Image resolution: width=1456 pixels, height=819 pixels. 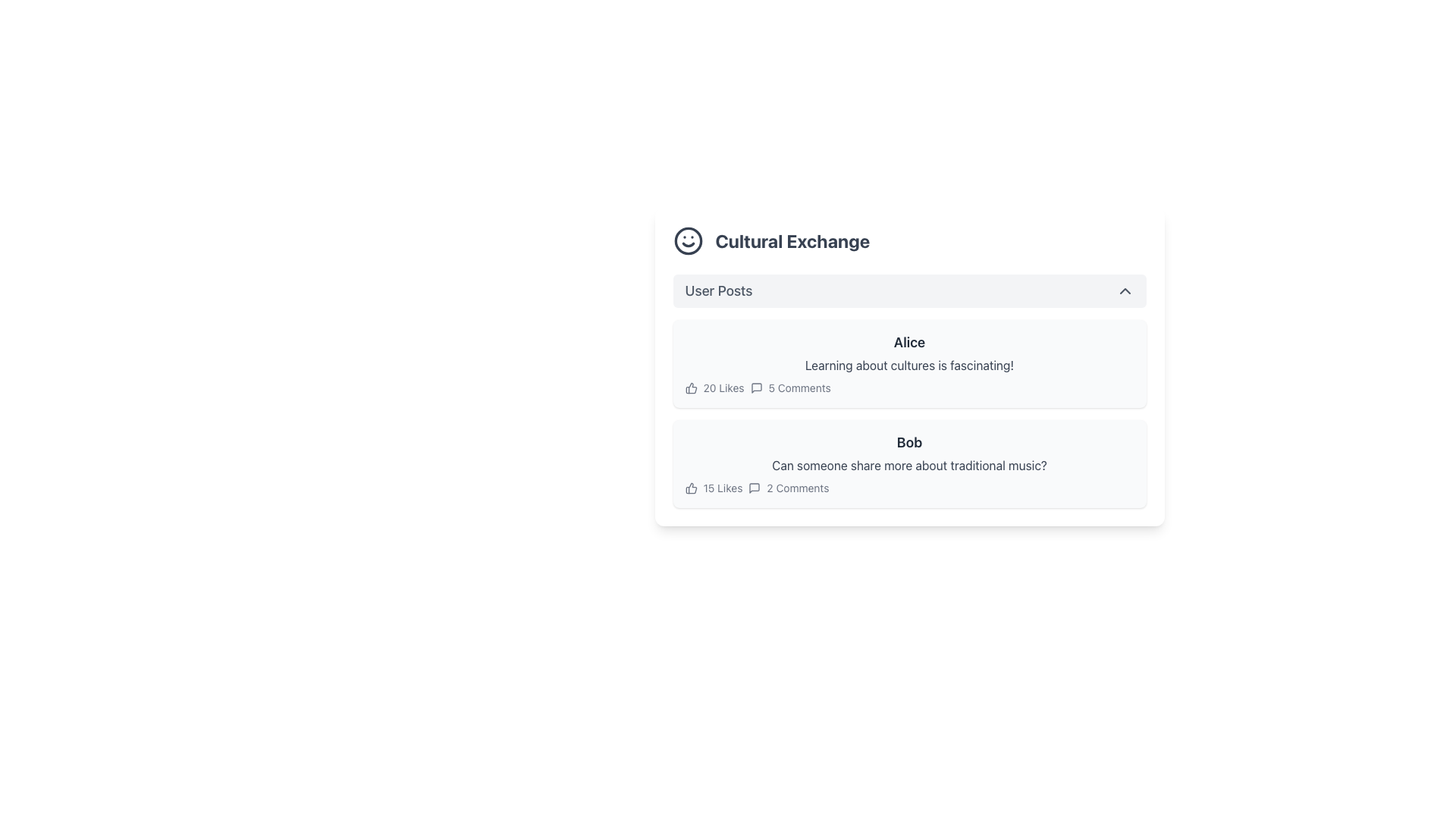 I want to click on the 'like' icon located to the left of '20 Likes' in the interaction metrics section of the post titled 'Alice', so click(x=690, y=388).